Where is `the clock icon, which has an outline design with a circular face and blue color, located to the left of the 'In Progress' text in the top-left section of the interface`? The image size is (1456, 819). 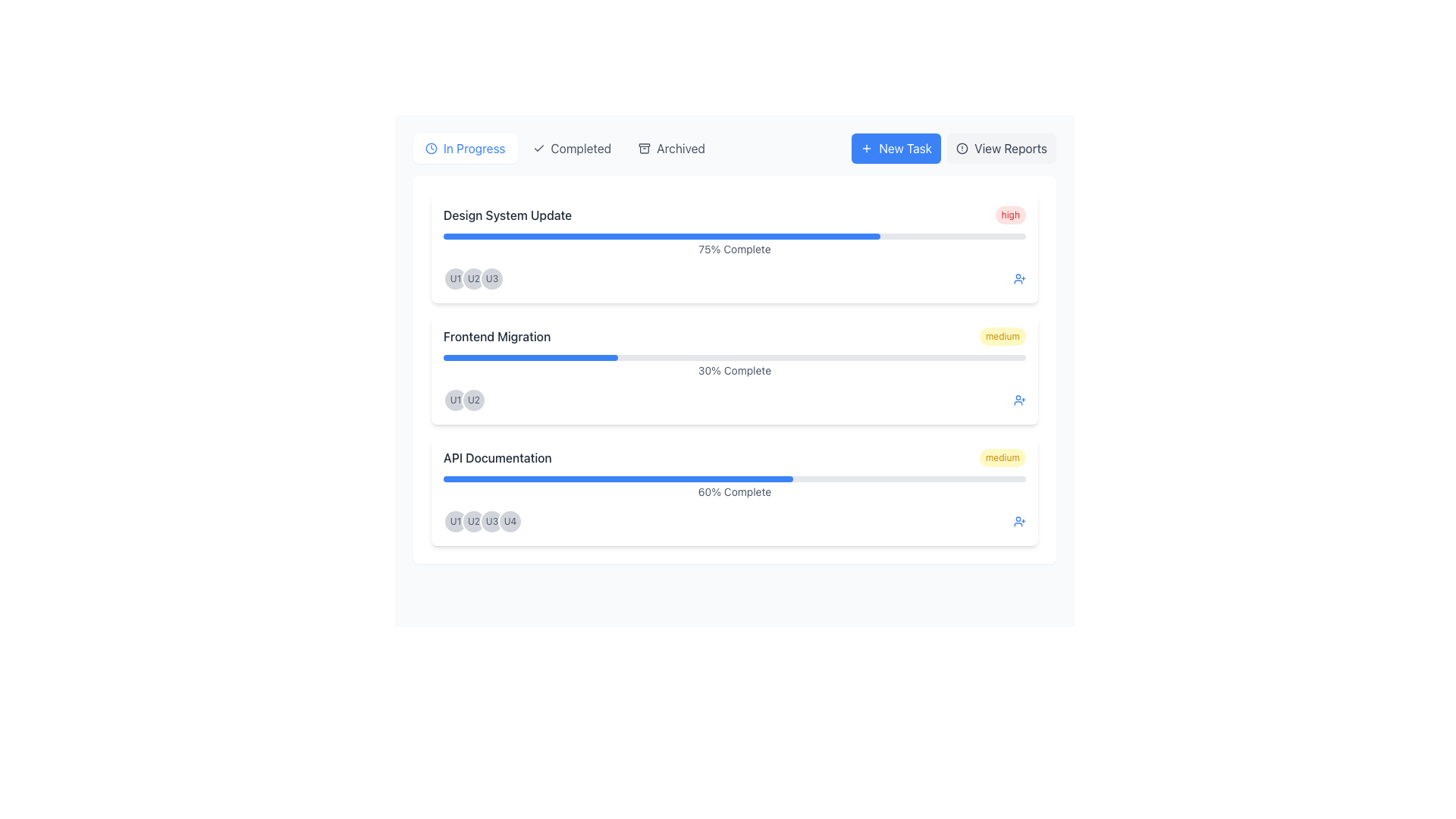 the clock icon, which has an outline design with a circular face and blue color, located to the left of the 'In Progress' text in the top-left section of the interface is located at coordinates (431, 149).